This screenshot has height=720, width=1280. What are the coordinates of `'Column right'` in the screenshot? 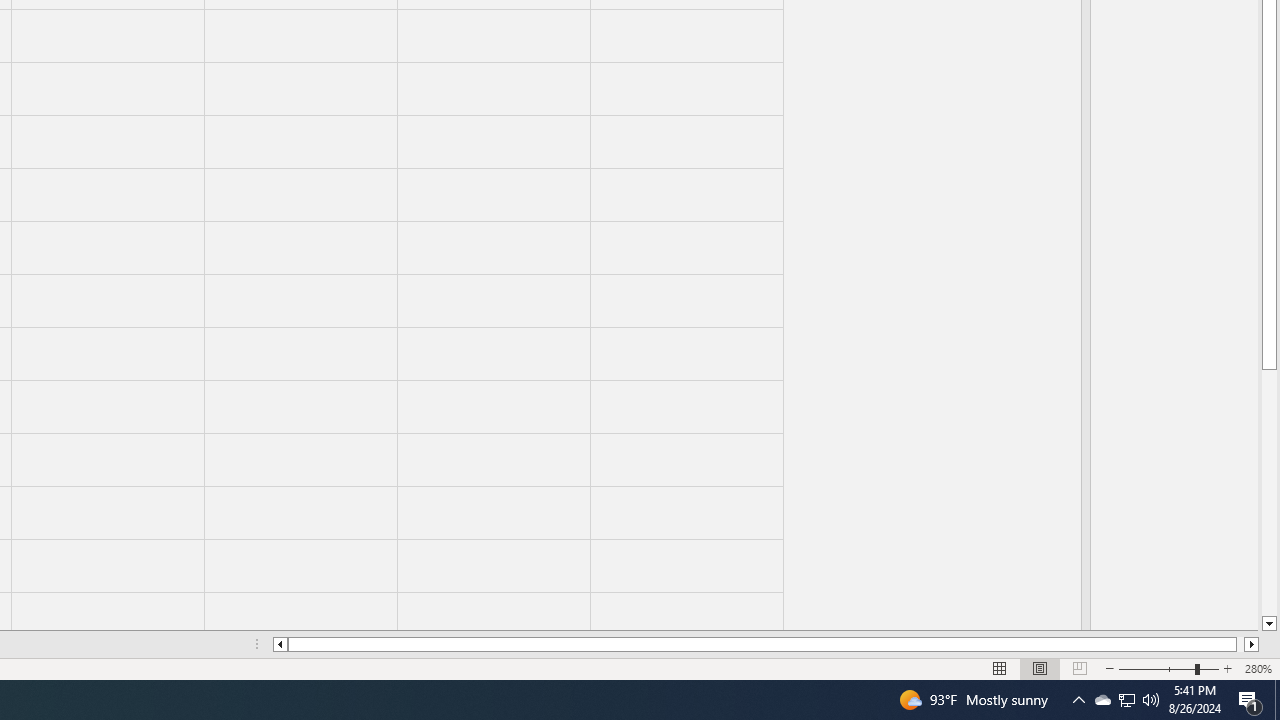 It's located at (1251, 644).